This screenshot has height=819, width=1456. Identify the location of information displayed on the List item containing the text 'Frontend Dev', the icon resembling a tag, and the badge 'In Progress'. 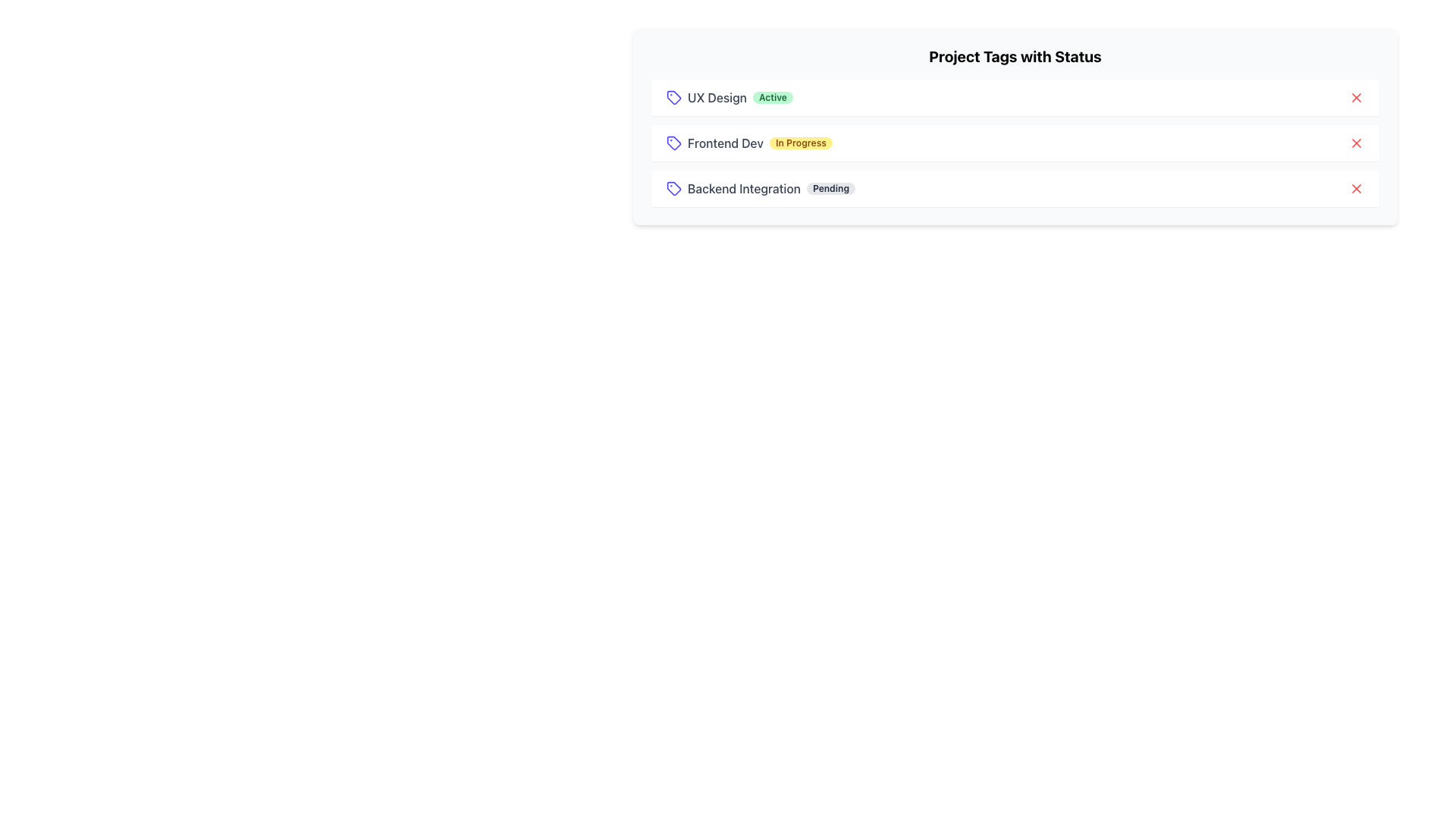
(749, 143).